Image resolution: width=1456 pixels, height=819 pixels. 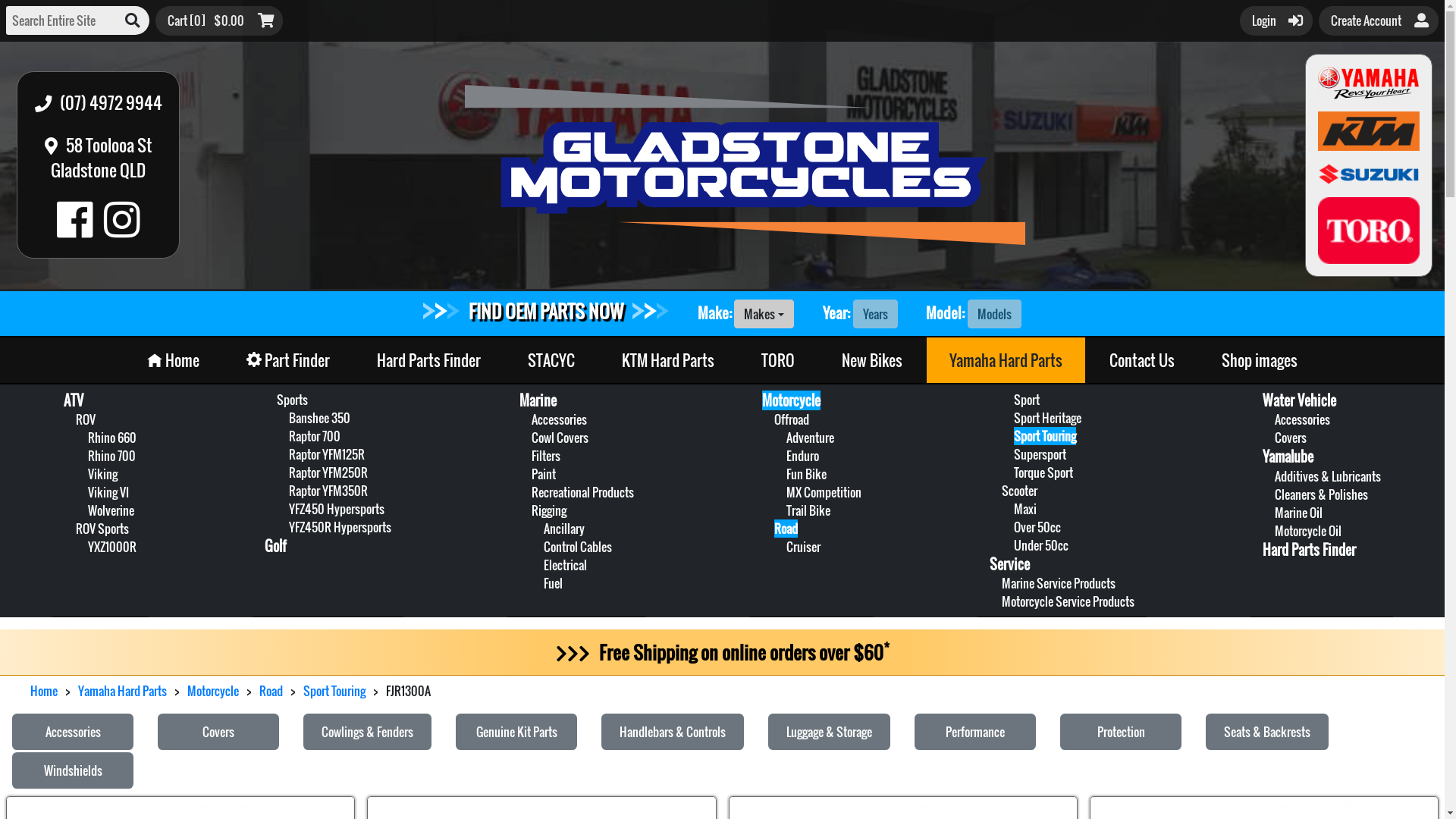 What do you see at coordinates (303, 730) in the screenshot?
I see `'Cowlings & Fenders'` at bounding box center [303, 730].